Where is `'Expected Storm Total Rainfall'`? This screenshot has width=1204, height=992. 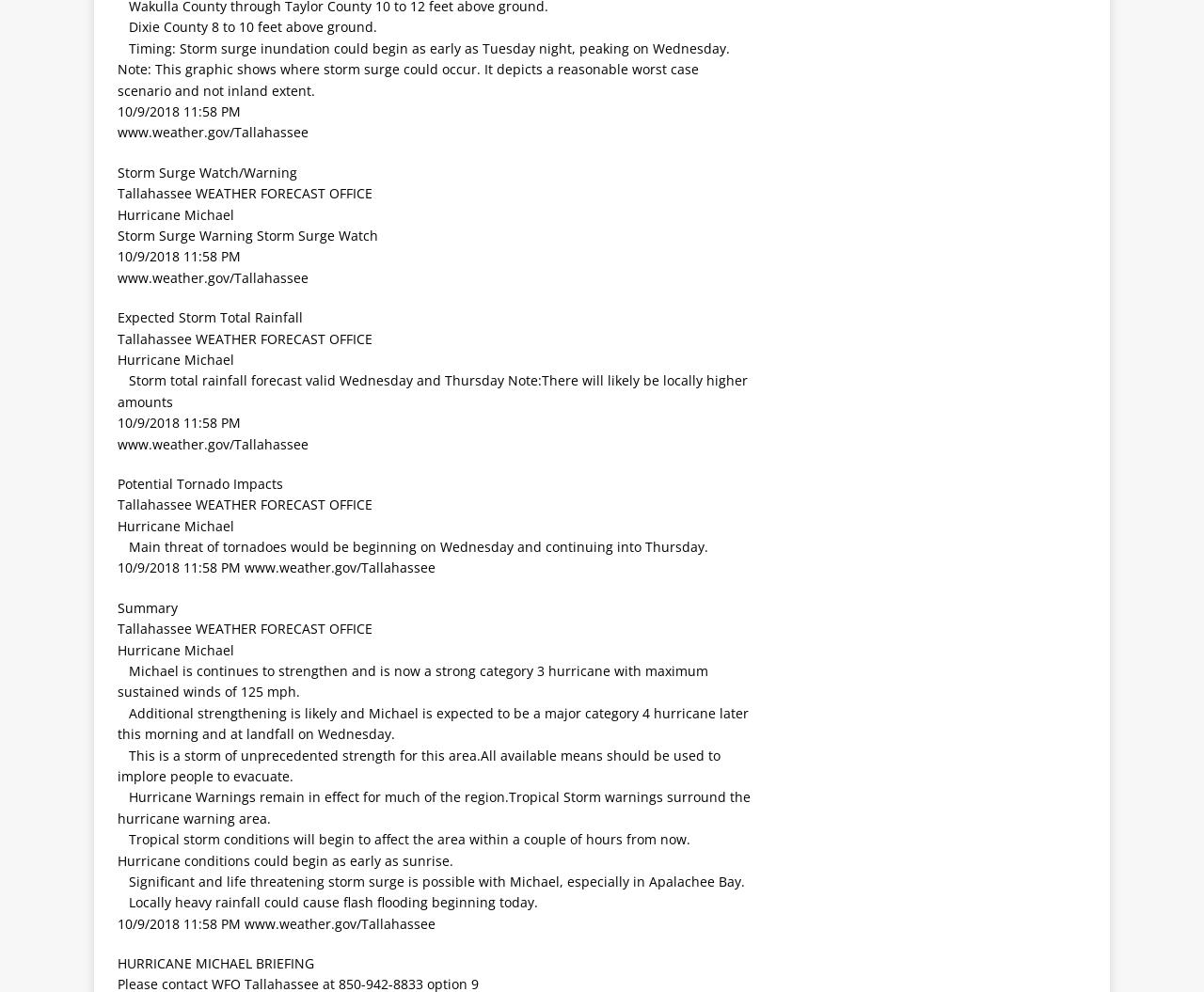
'Expected Storm Total Rainfall' is located at coordinates (210, 316).